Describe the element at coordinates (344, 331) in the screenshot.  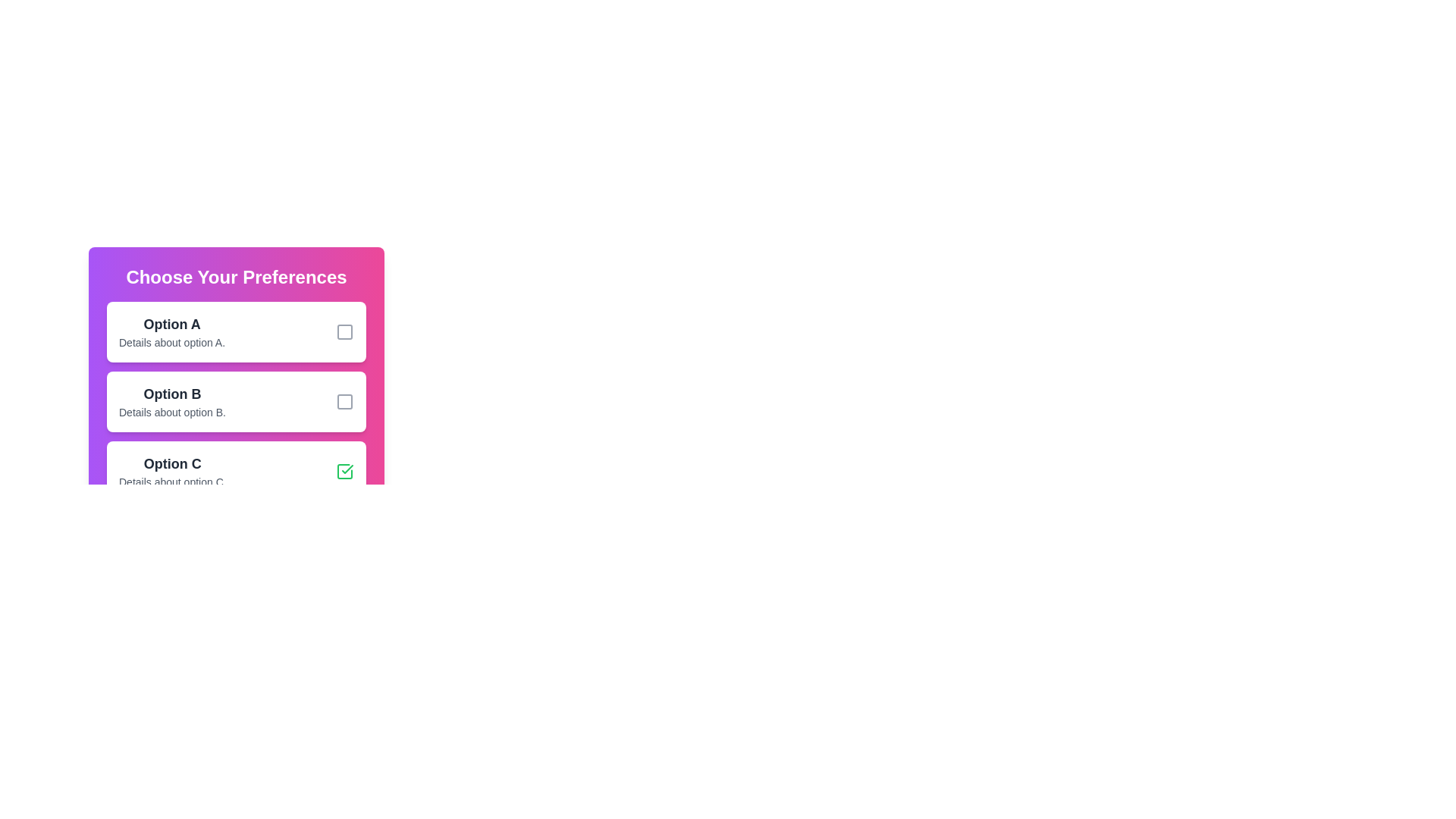
I see `the minimalistic gray square checkbox located to the right of the label 'Option A' for interaction feedback` at that location.